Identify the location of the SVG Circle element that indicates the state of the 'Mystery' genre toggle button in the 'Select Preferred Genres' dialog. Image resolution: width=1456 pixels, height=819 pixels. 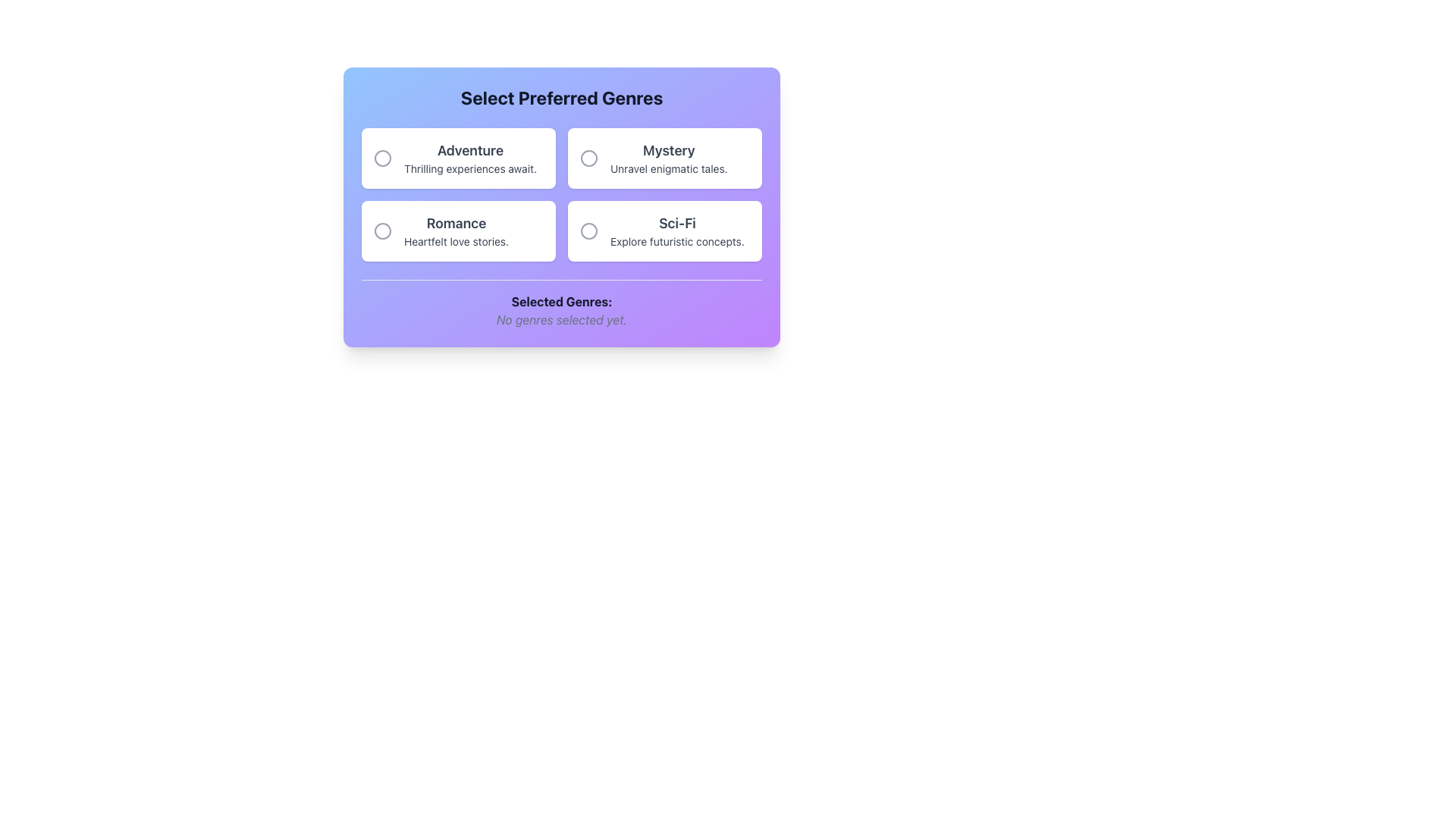
(588, 158).